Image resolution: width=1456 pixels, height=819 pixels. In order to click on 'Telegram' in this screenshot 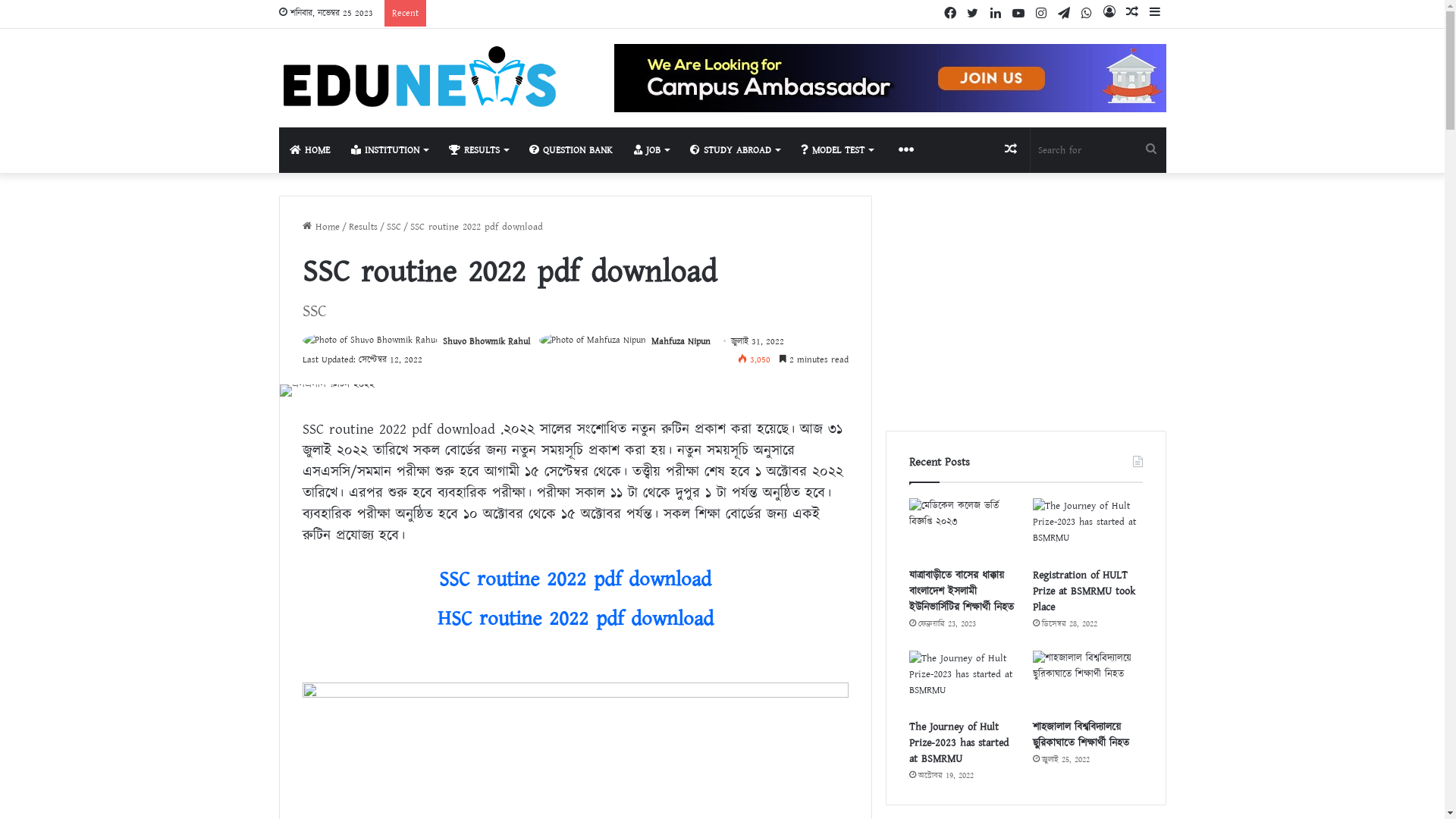, I will do `click(1062, 14)`.